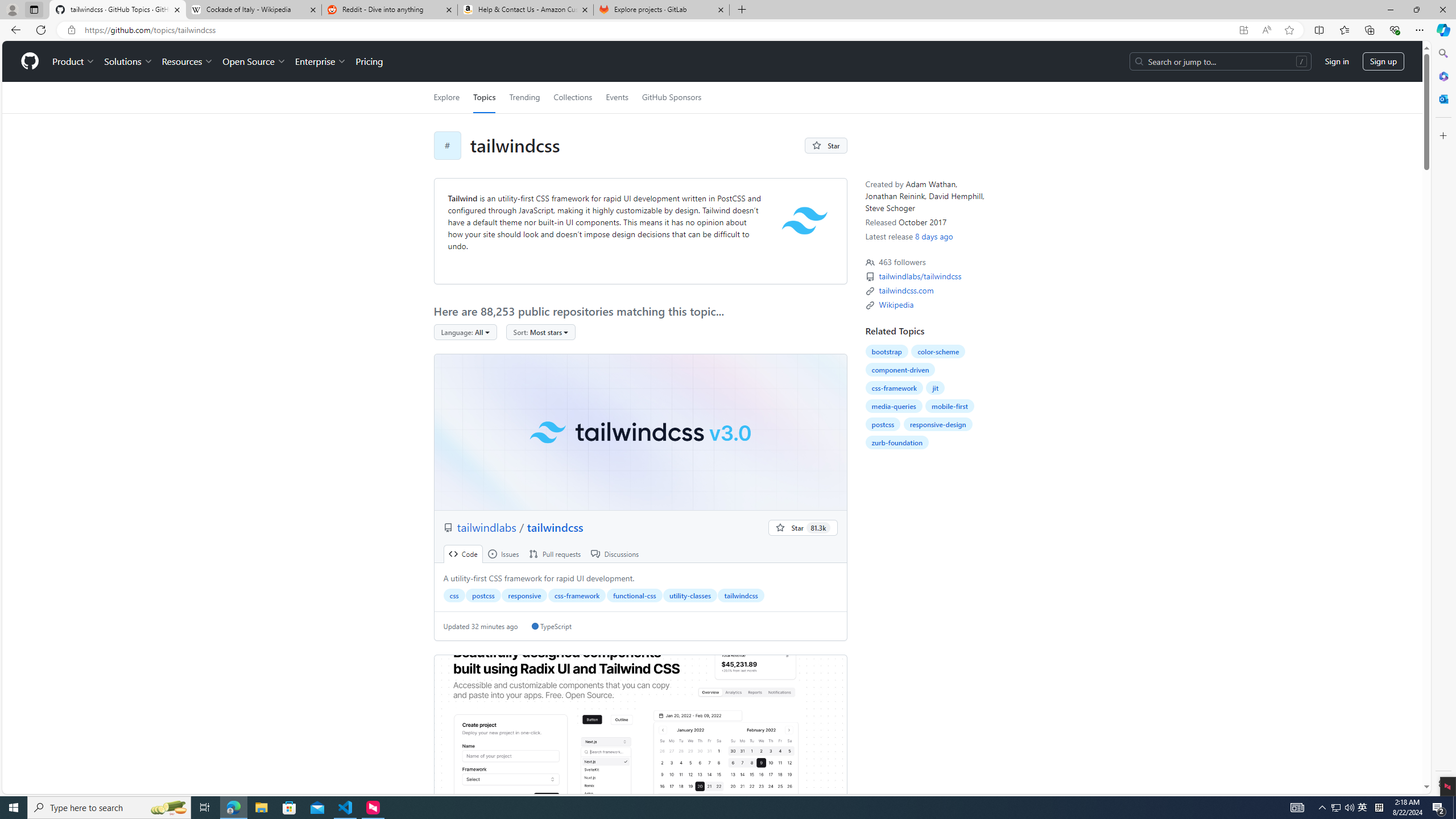 The width and height of the screenshot is (1456, 819). What do you see at coordinates (672, 97) in the screenshot?
I see `'GitHub Sponsors'` at bounding box center [672, 97].